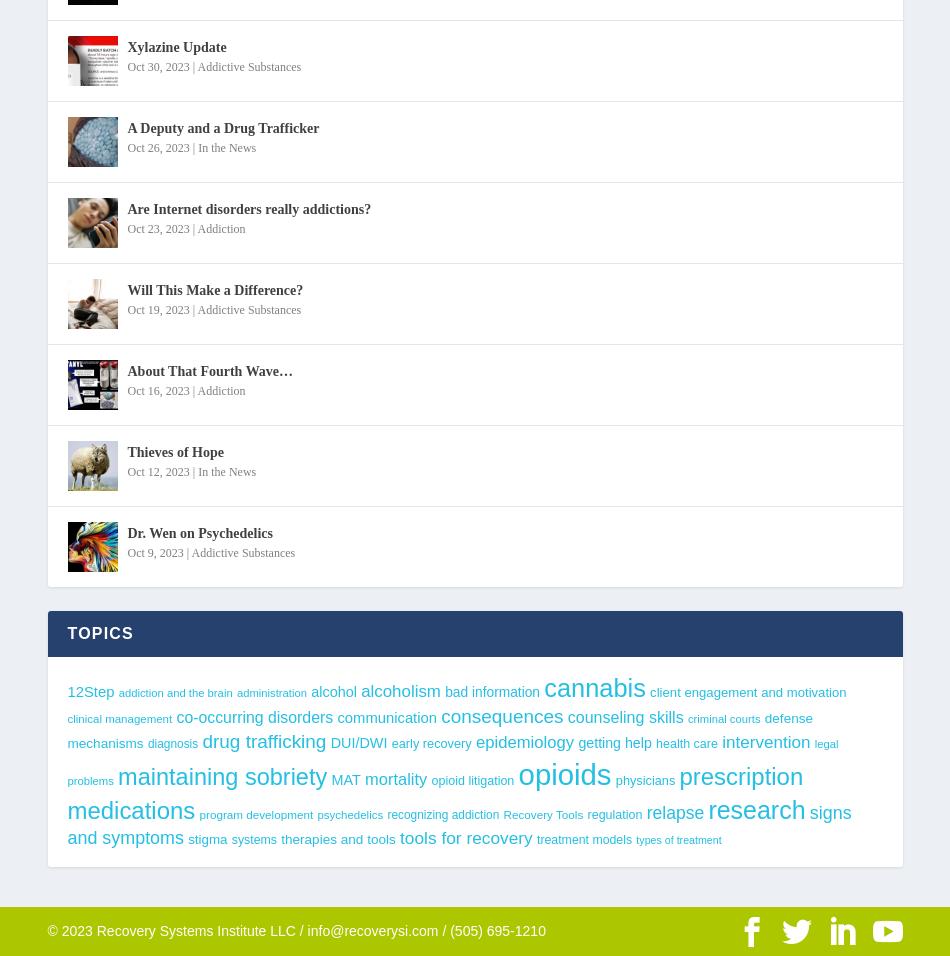 The height and width of the screenshot is (956, 950). I want to click on 'relapse', so click(674, 811).